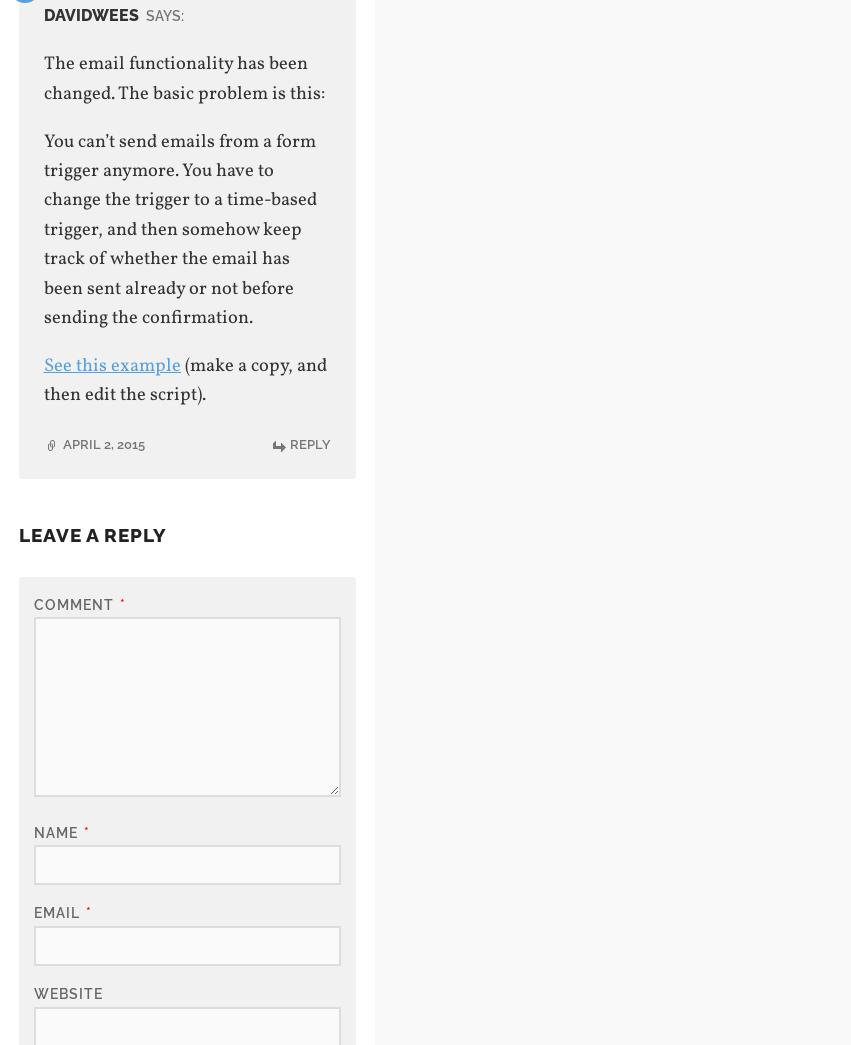 This screenshot has height=1045, width=851. I want to click on 'April 2, 2015', so click(101, 443).